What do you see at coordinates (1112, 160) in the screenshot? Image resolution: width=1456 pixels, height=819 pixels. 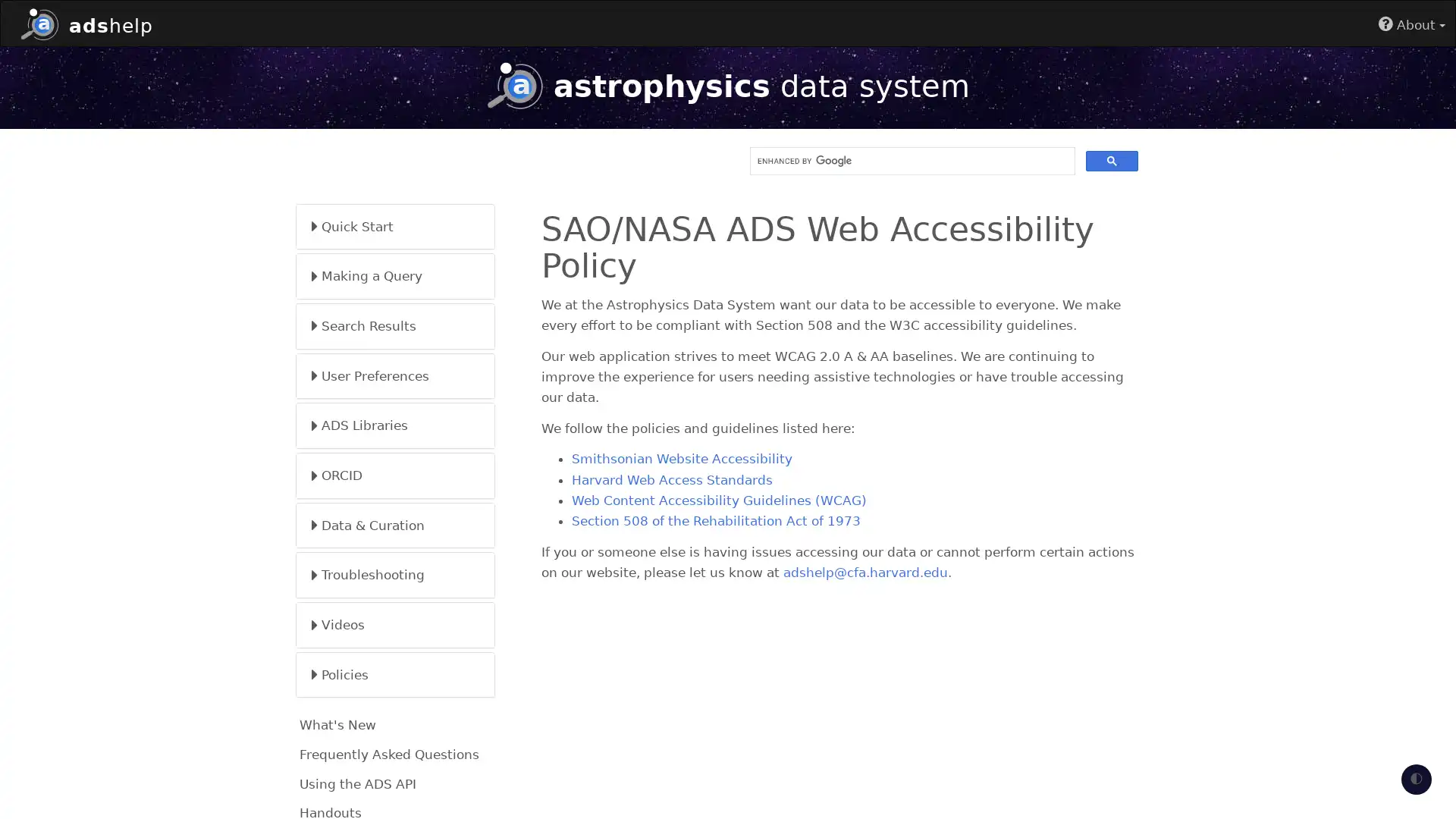 I see `search` at bounding box center [1112, 160].